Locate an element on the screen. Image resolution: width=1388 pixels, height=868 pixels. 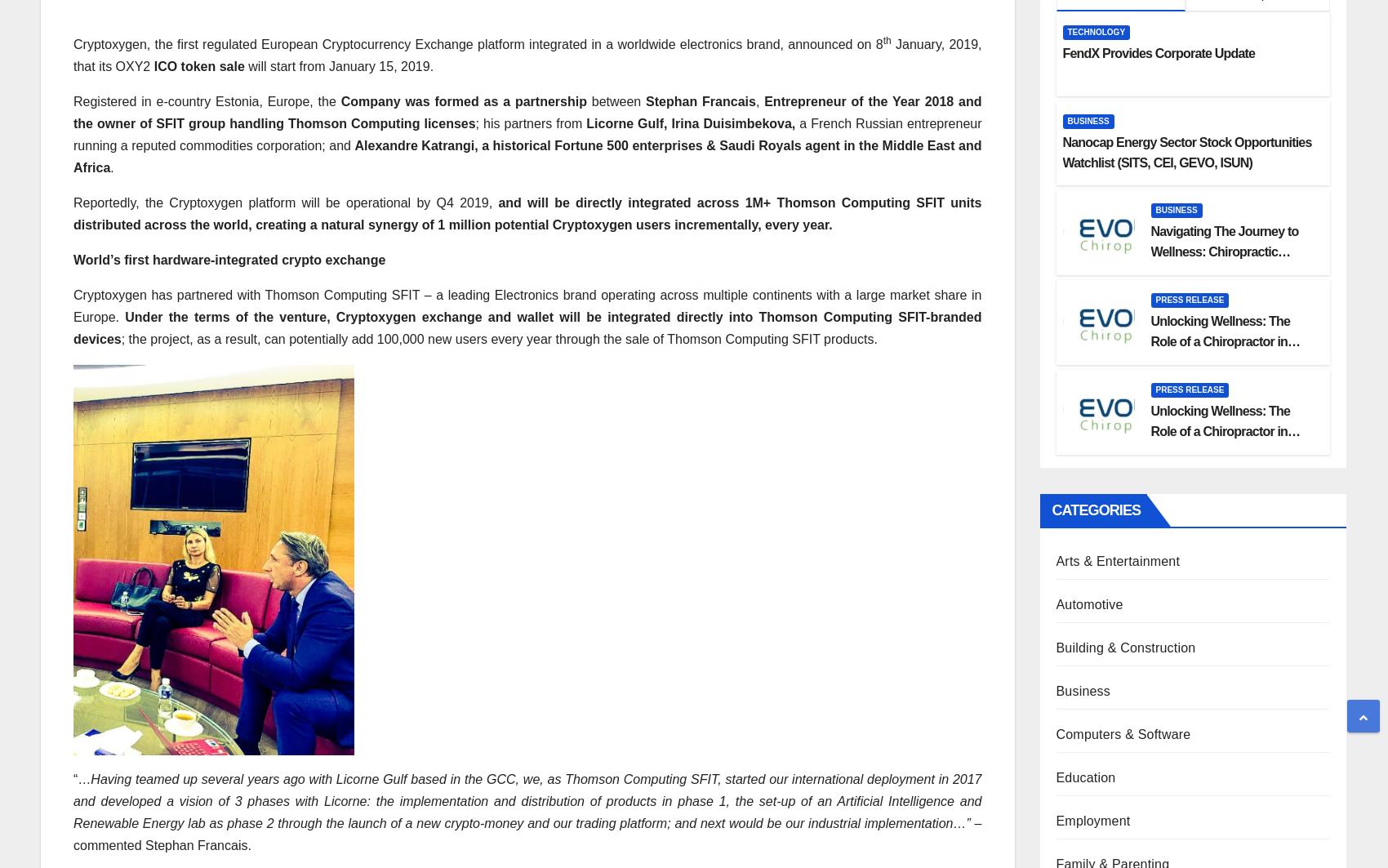
'; his partners from' is located at coordinates (474, 122).